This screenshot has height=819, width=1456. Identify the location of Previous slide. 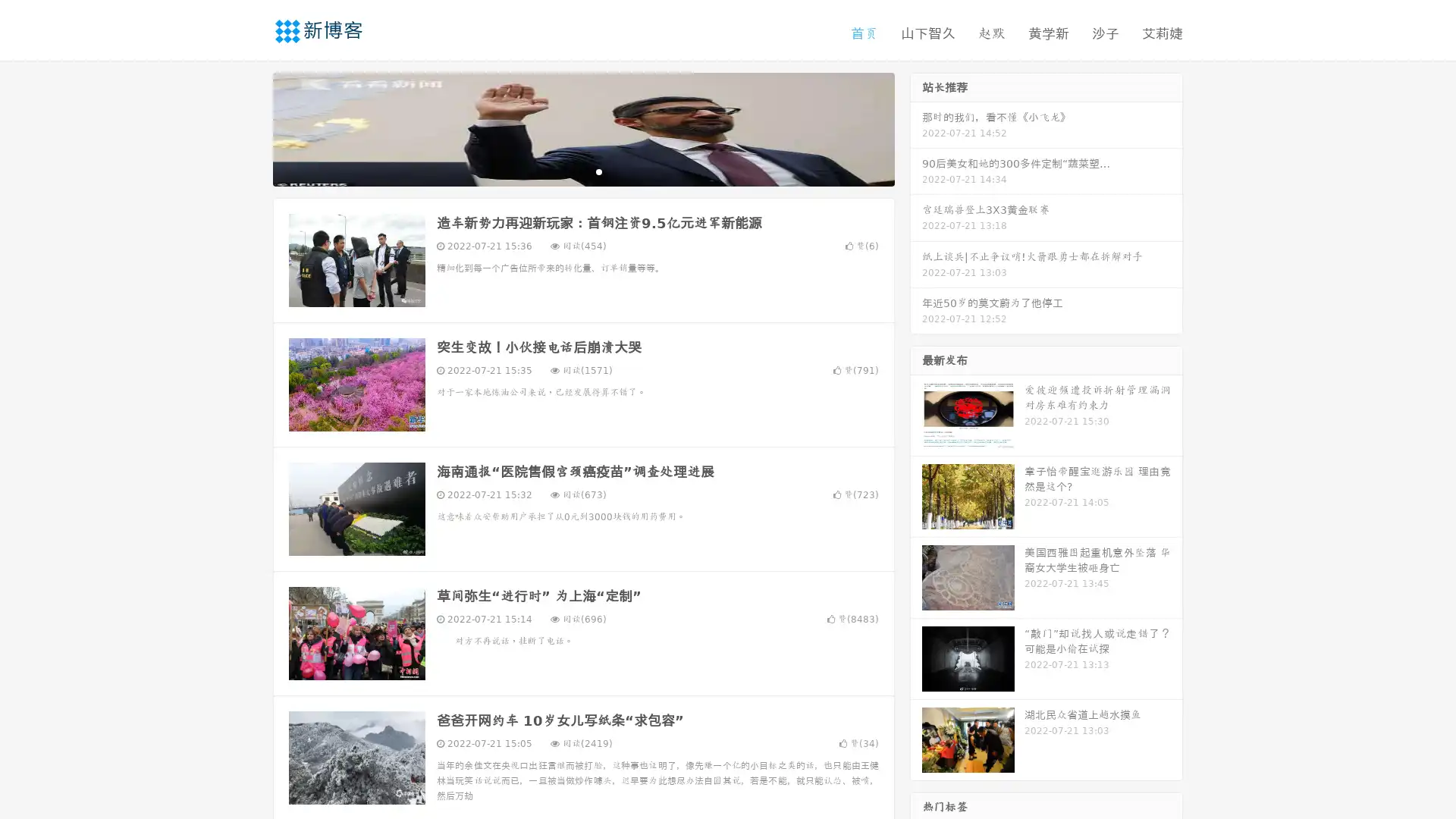
(250, 127).